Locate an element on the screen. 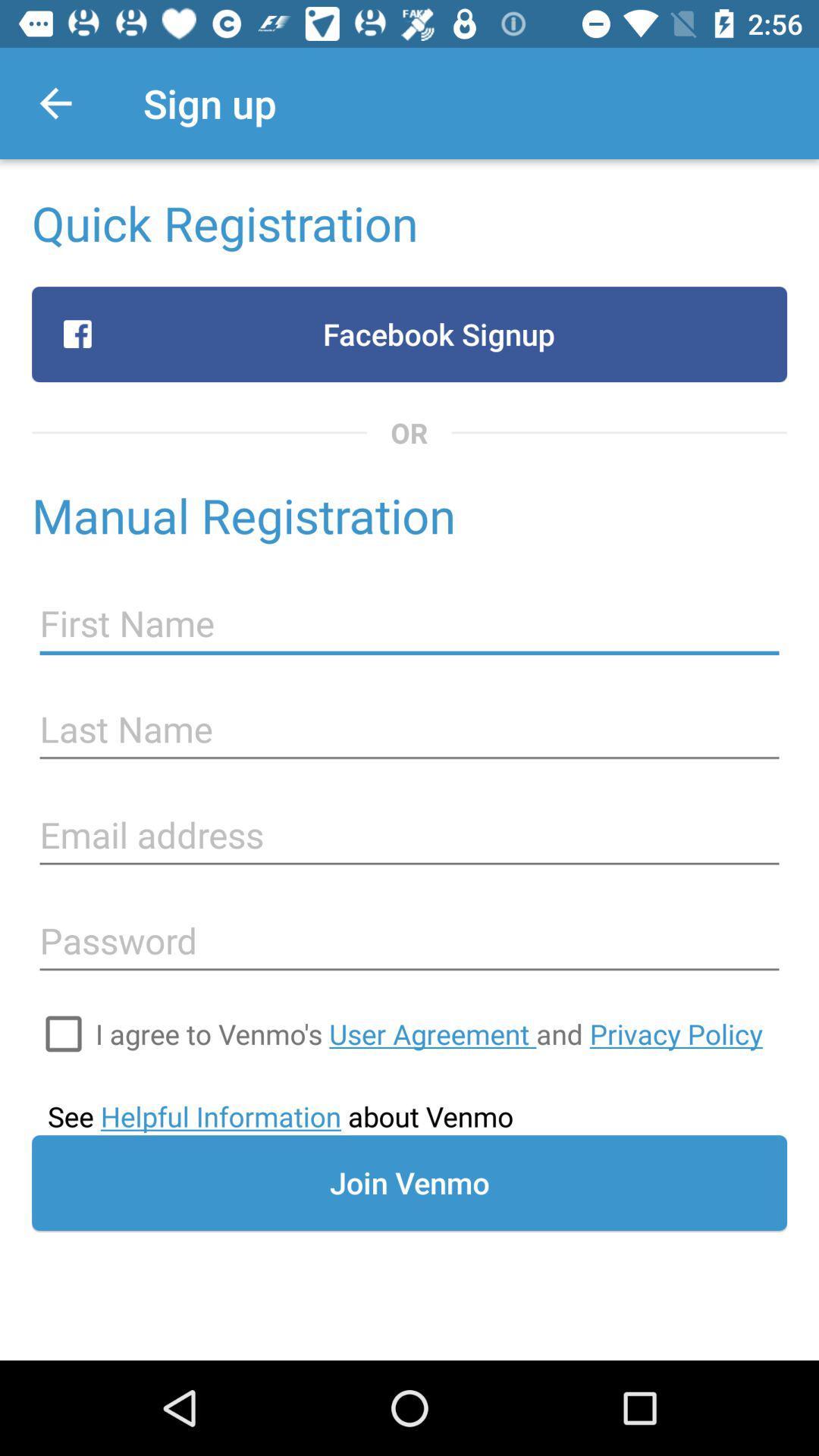 The width and height of the screenshot is (819, 1456). the icon above see helpful information icon is located at coordinates (428, 1033).